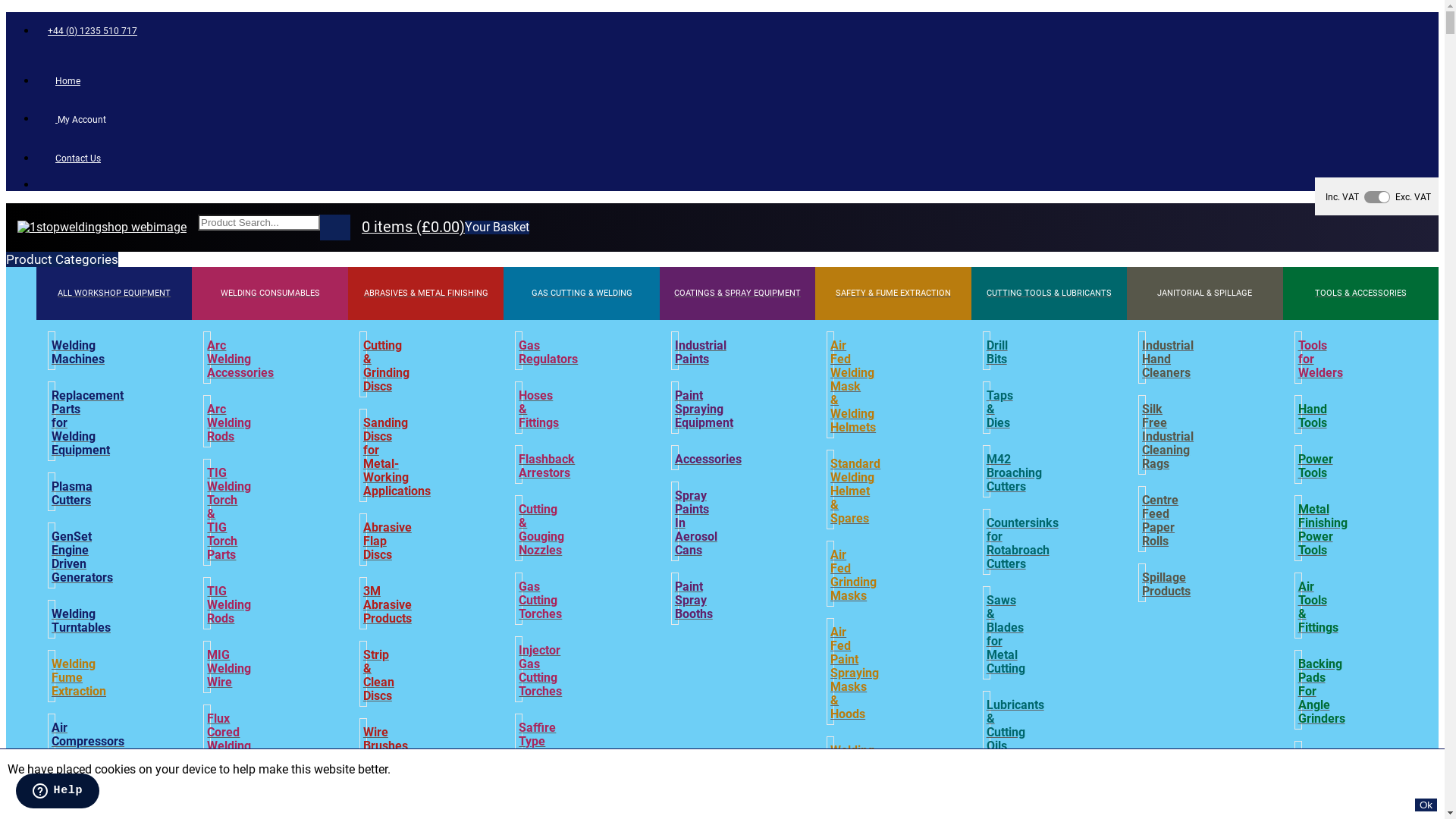  Describe the element at coordinates (1015, 724) in the screenshot. I see `'Lubricants & Cutting Oils'` at that location.